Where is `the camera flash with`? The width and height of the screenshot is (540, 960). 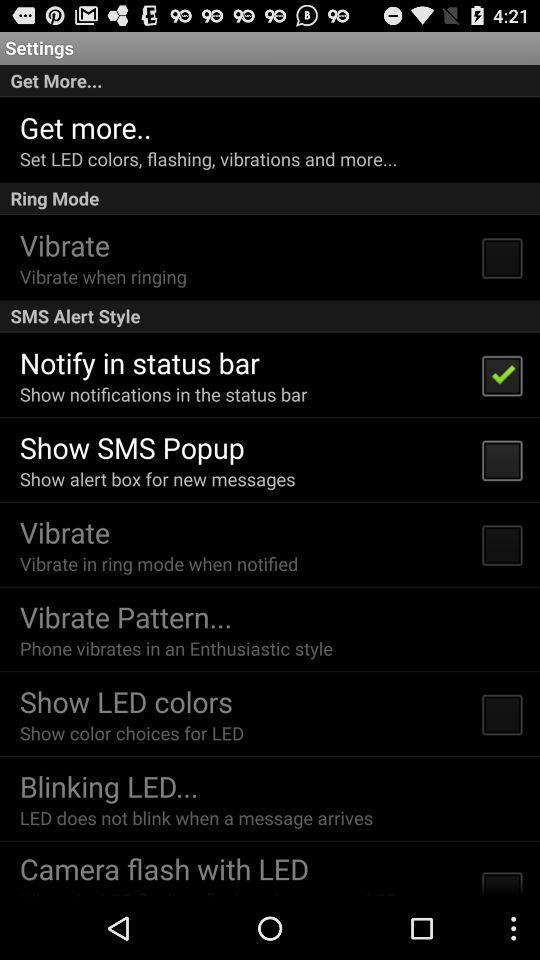
the camera flash with is located at coordinates (163, 867).